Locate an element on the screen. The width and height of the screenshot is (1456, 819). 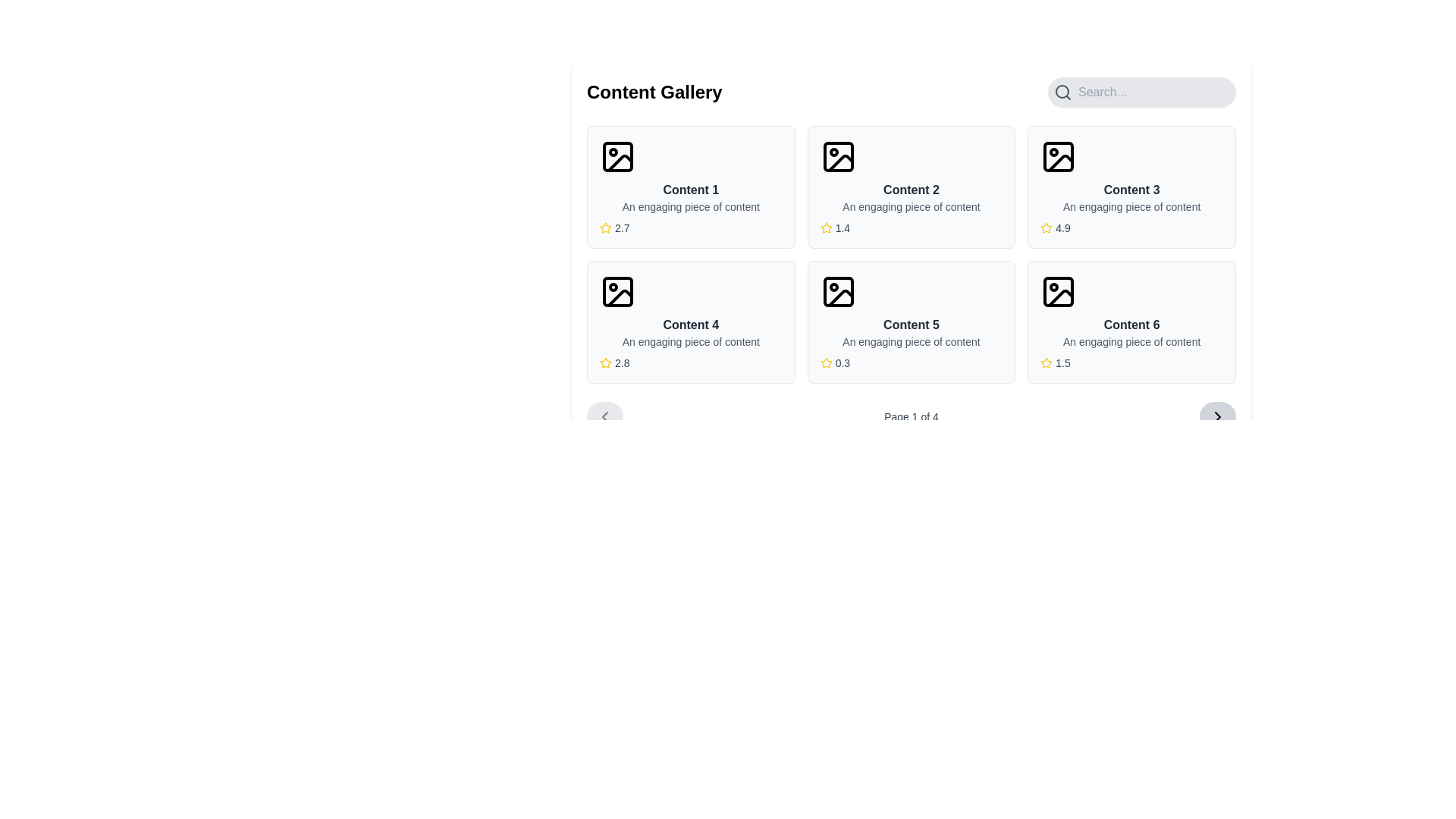
text of the Text Label displaying 'Content 6' in bold, dark gray font located in the last column and the bottom-most row of a grid layout is located at coordinates (1131, 324).